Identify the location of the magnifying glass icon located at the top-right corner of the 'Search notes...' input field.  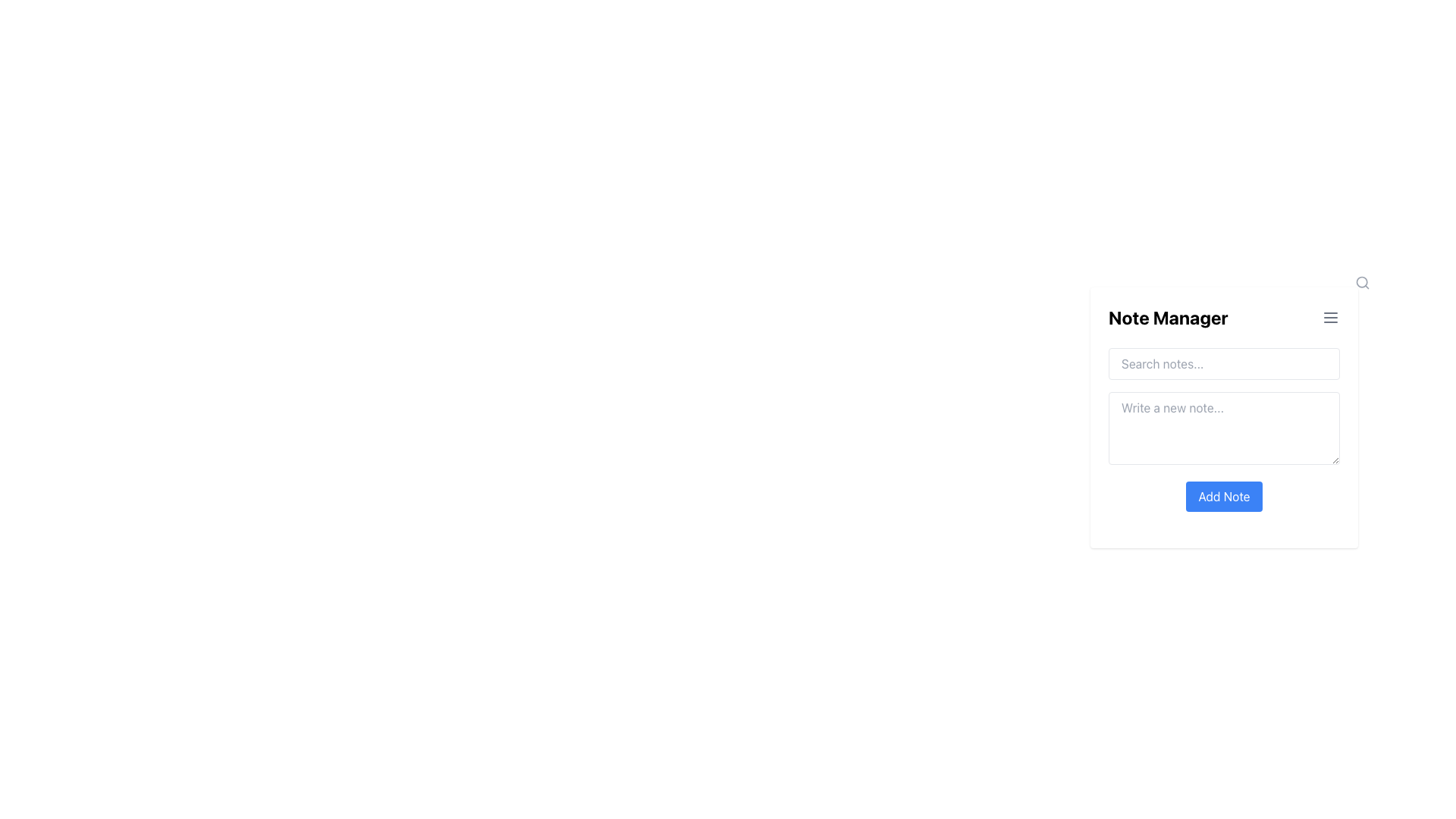
(1362, 283).